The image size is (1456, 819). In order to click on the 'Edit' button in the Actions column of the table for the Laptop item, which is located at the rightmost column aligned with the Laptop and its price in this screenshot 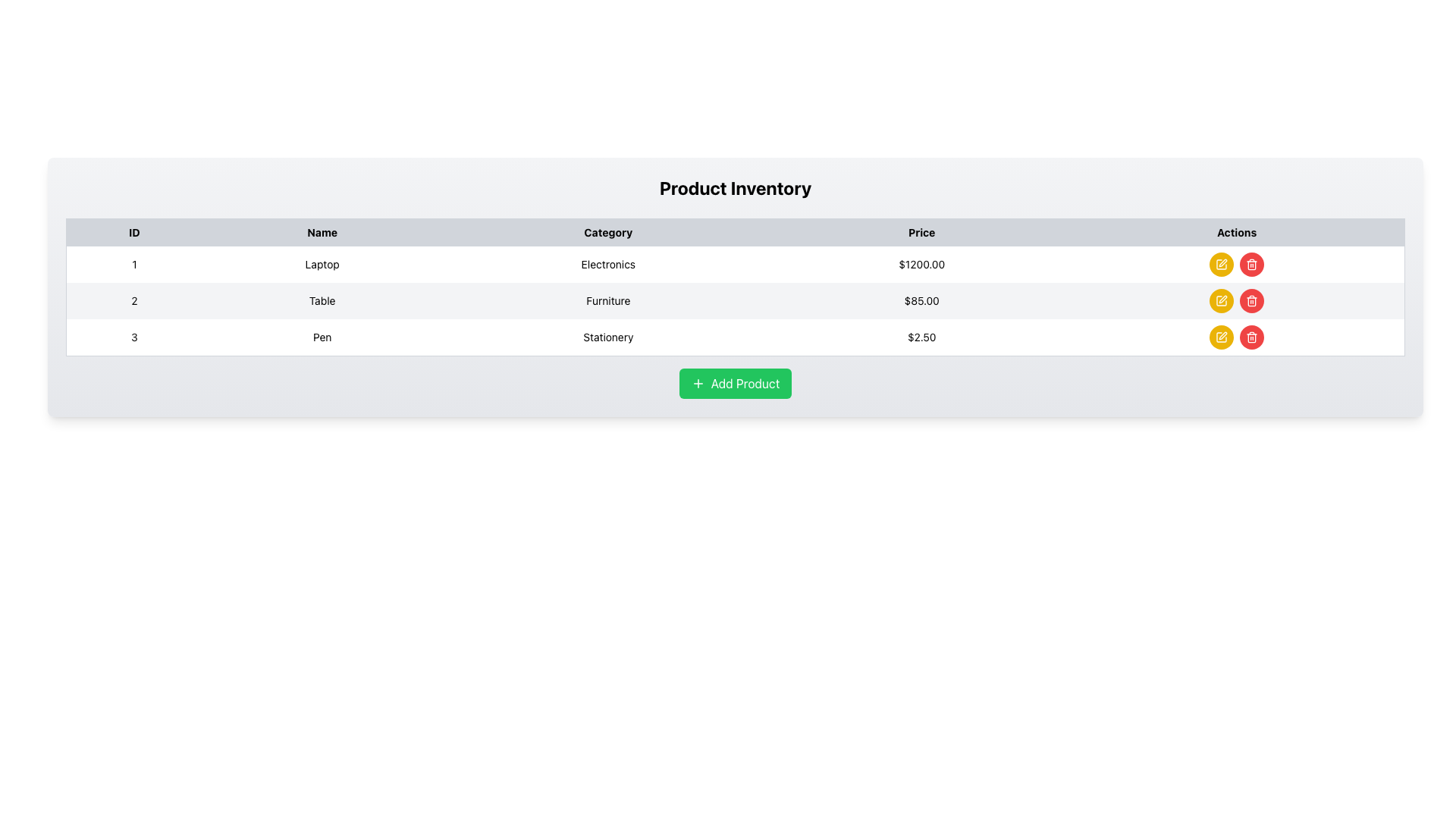, I will do `click(1237, 263)`.